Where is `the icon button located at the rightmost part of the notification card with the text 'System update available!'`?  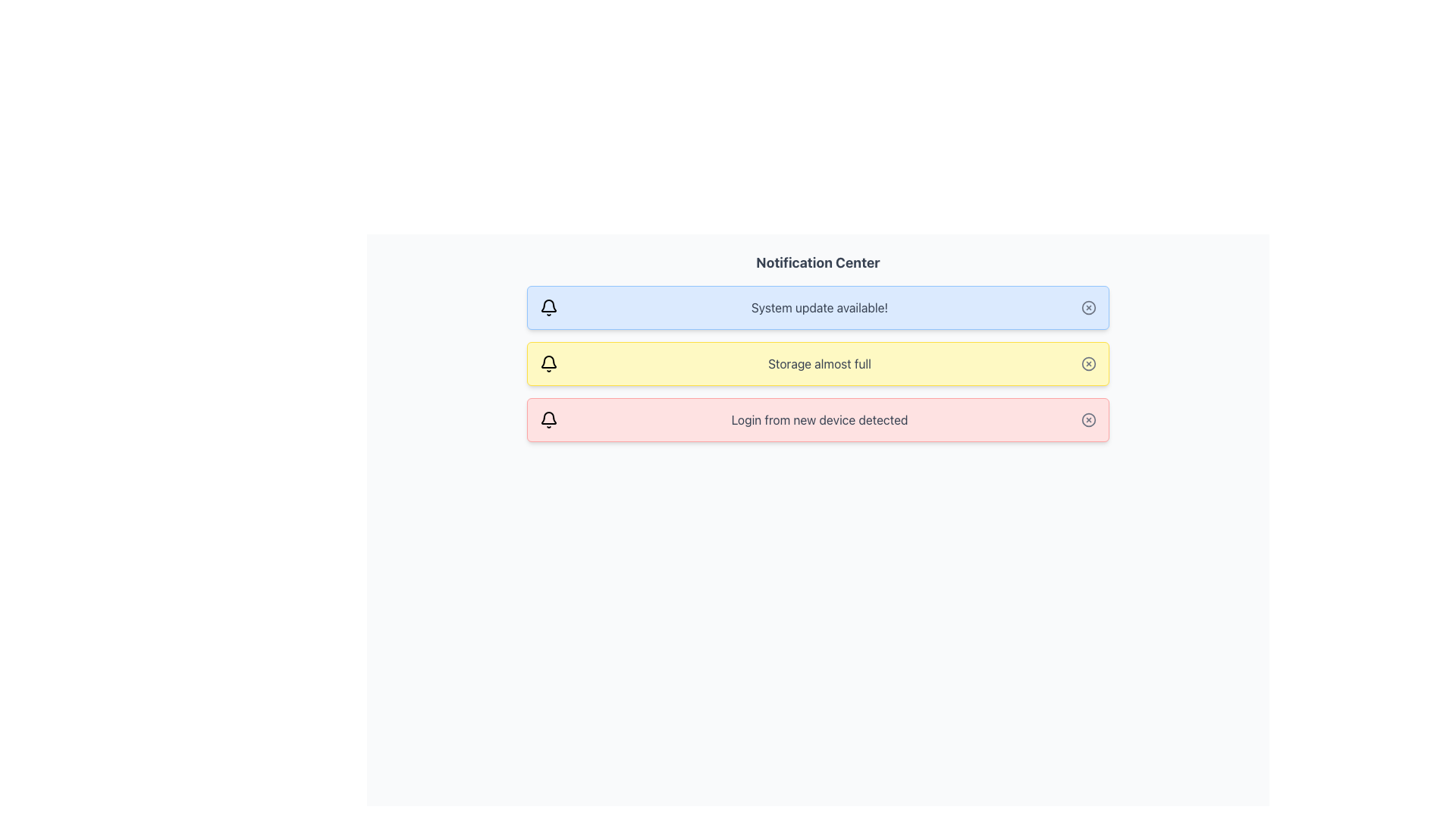
the icon button located at the rightmost part of the notification card with the text 'System update available!' is located at coordinates (1087, 307).